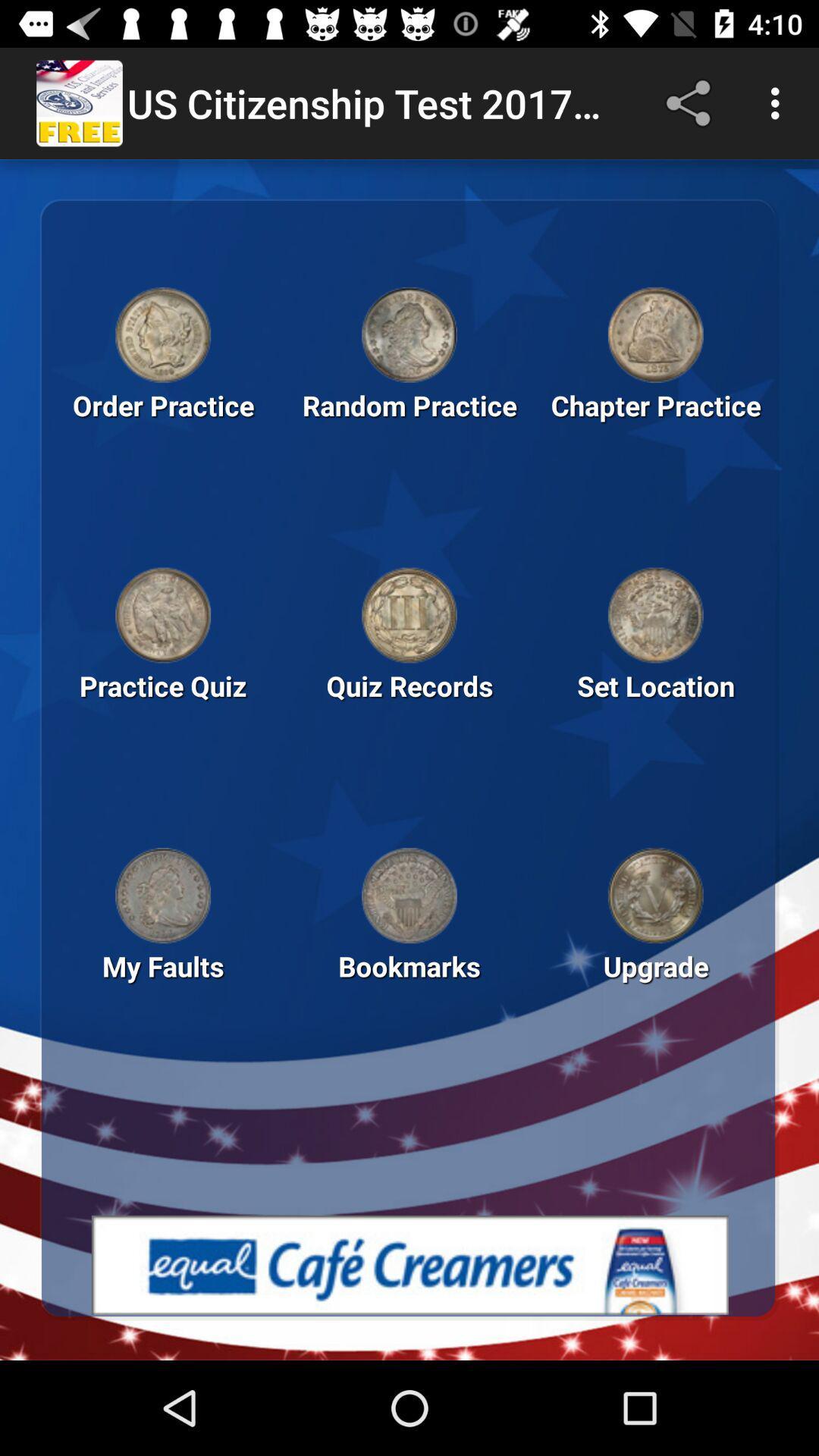 The width and height of the screenshot is (819, 1456). Describe the element at coordinates (654, 615) in the screenshot. I see `everyone likes records` at that location.